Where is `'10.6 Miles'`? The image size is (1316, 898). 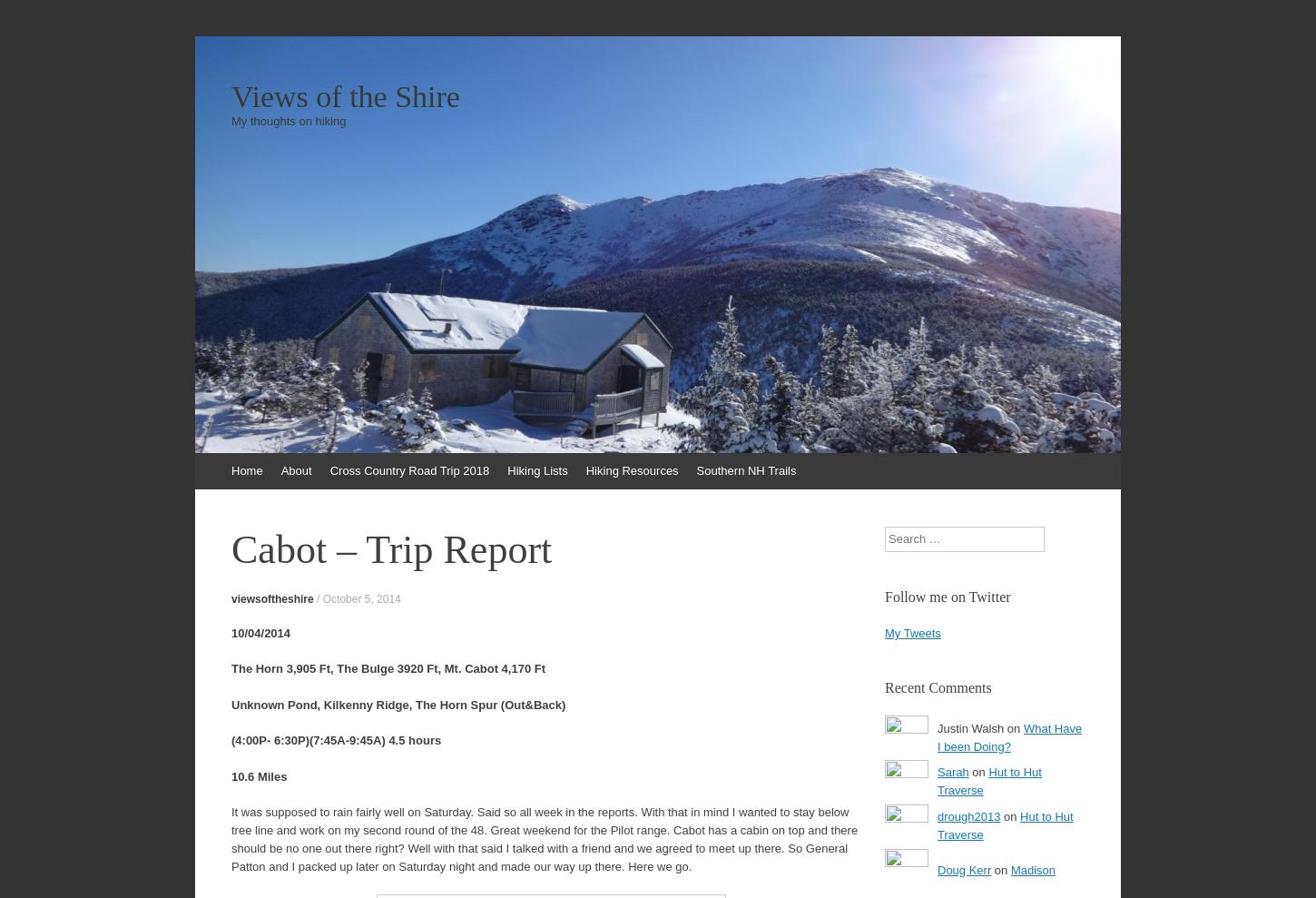
'10.6 Miles' is located at coordinates (259, 775).